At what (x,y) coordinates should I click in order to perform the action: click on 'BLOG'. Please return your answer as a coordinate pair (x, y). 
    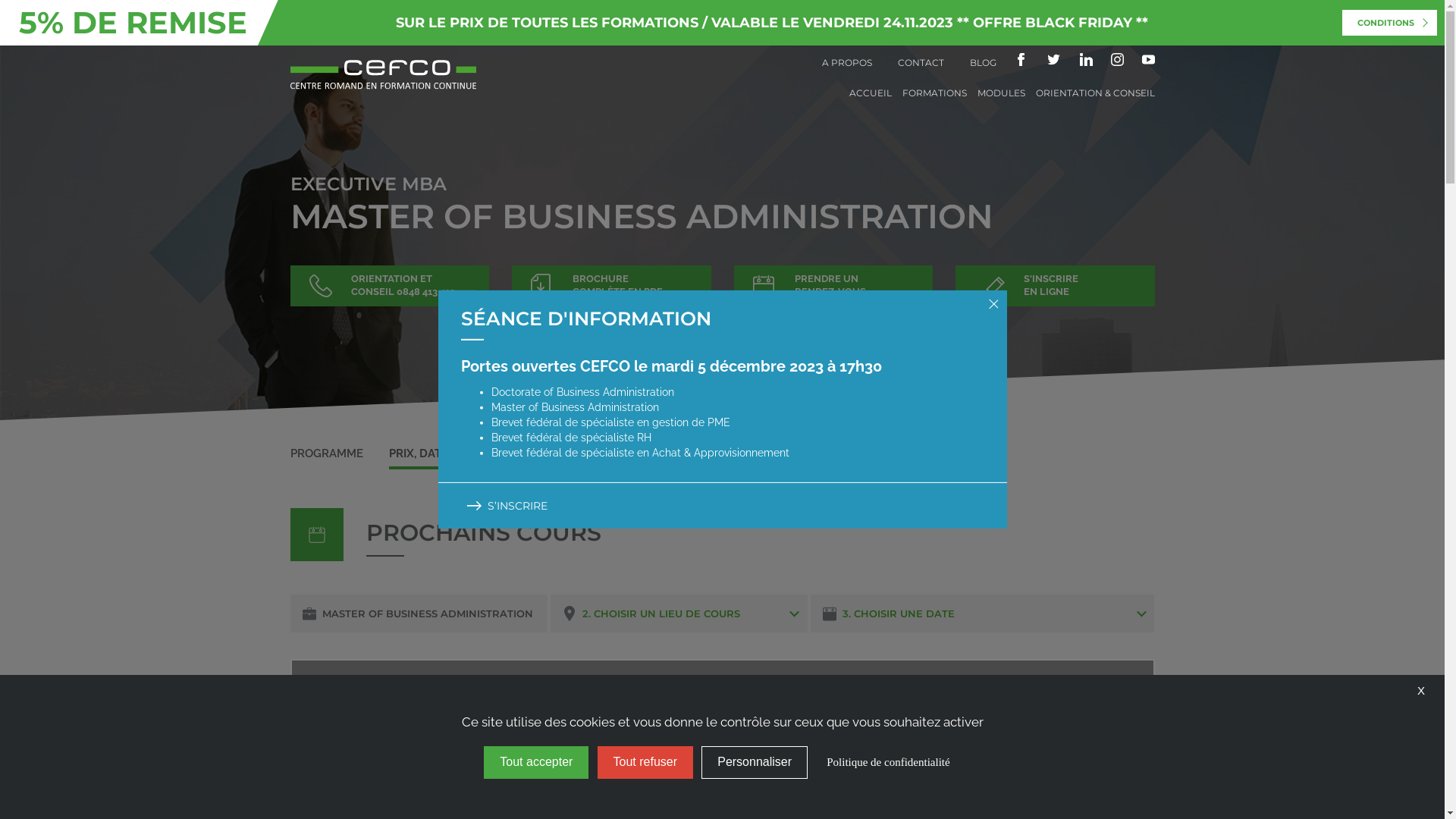
    Looking at the image, I should click on (983, 61).